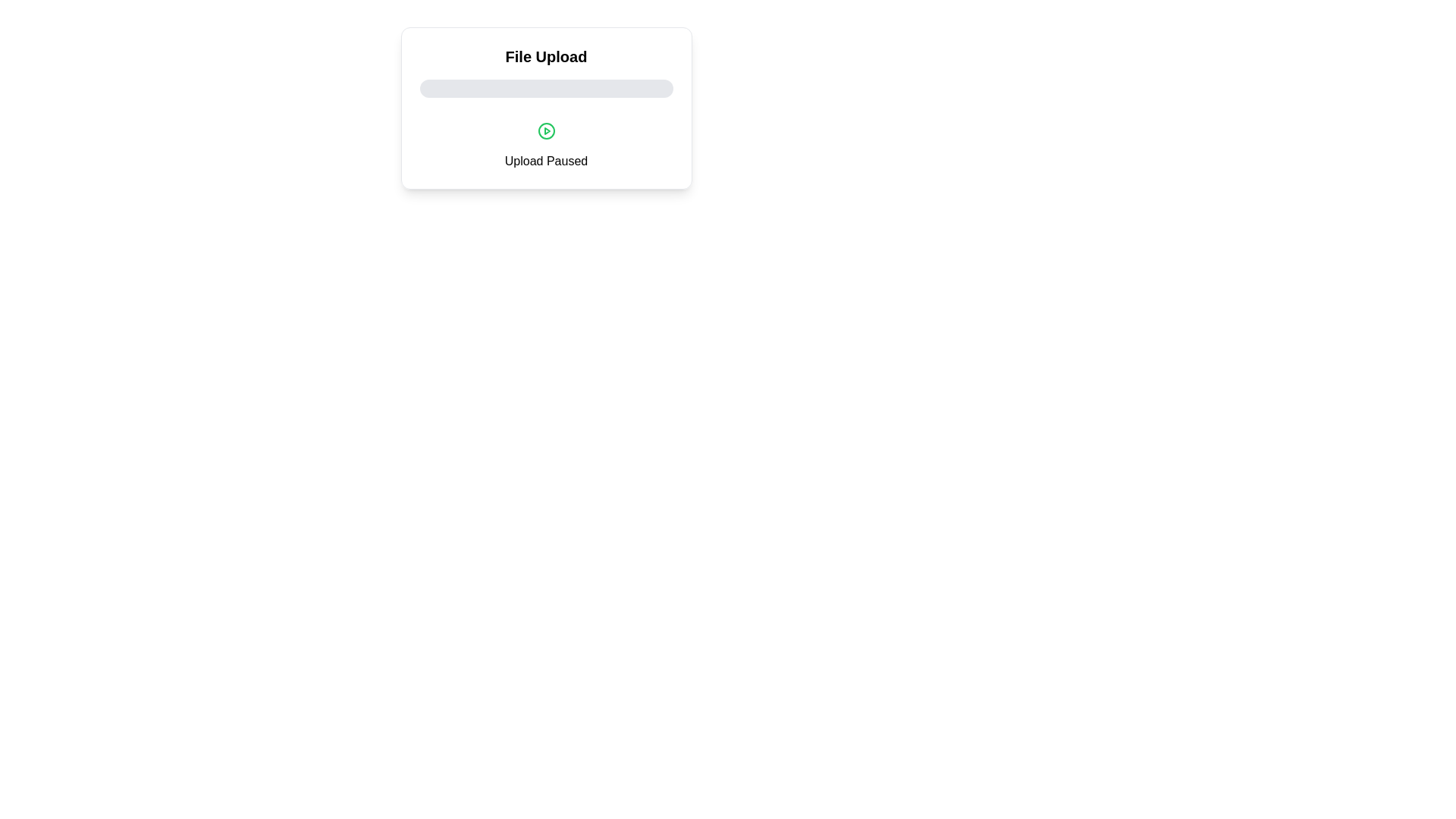 The image size is (1456, 819). Describe the element at coordinates (546, 130) in the screenshot. I see `the outer circle of the play button icon, which is a decorative SVG graphic element located centrally within the interface` at that location.